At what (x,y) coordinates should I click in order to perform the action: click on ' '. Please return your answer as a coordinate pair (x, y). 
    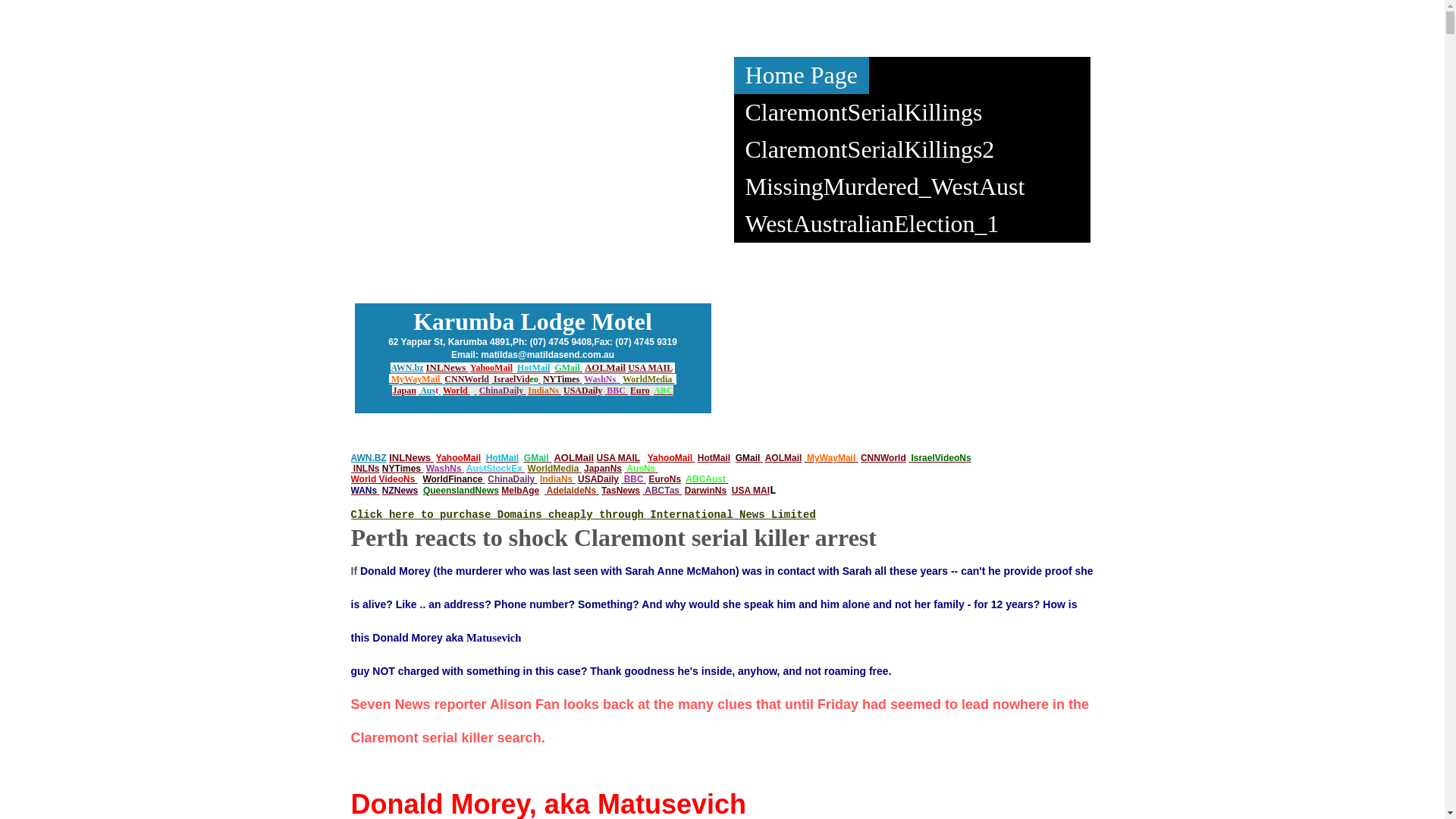
    Looking at the image, I should click on (421, 467).